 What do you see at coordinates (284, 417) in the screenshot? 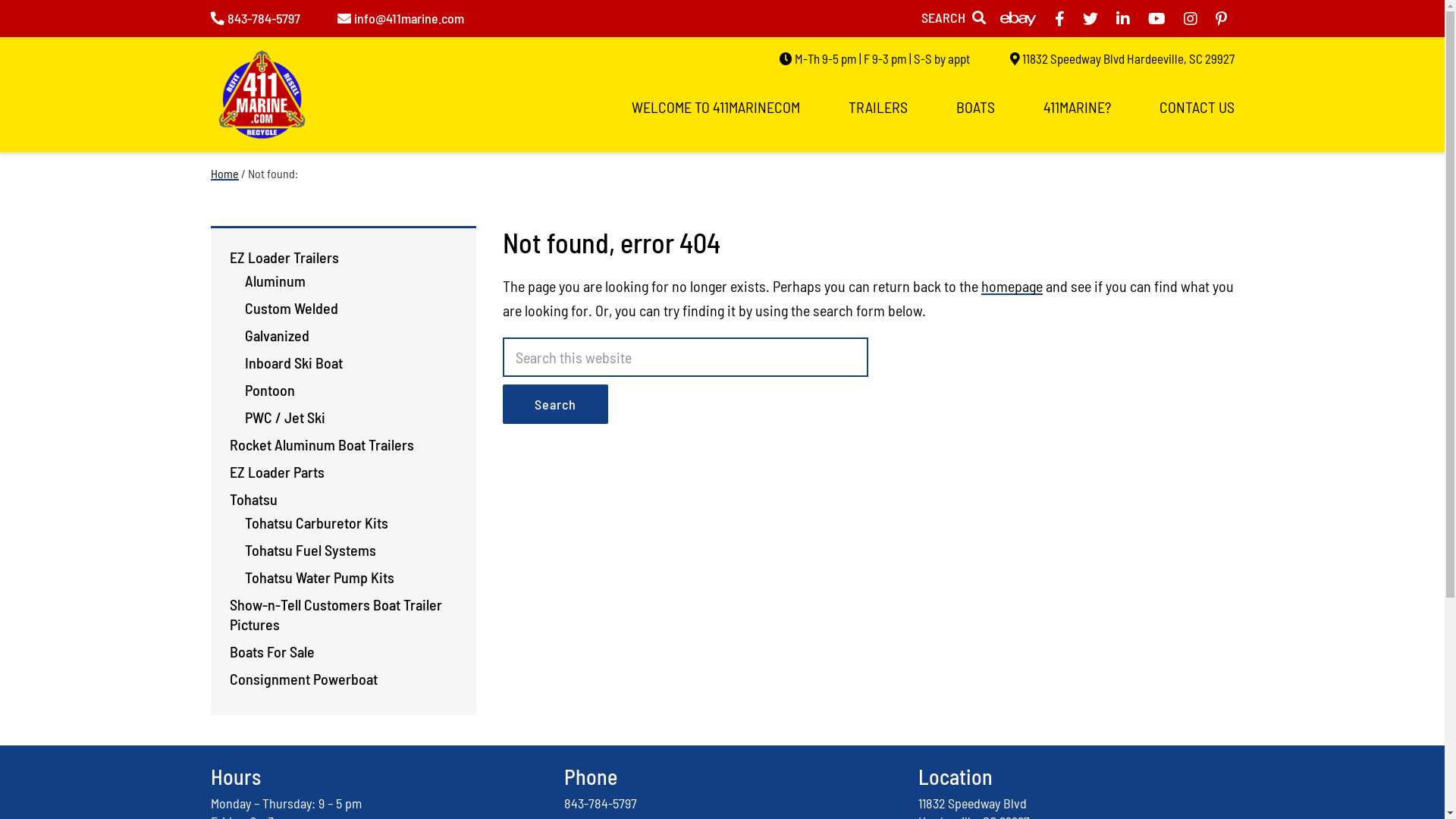
I see `'PWC / Jet Ski'` at bounding box center [284, 417].